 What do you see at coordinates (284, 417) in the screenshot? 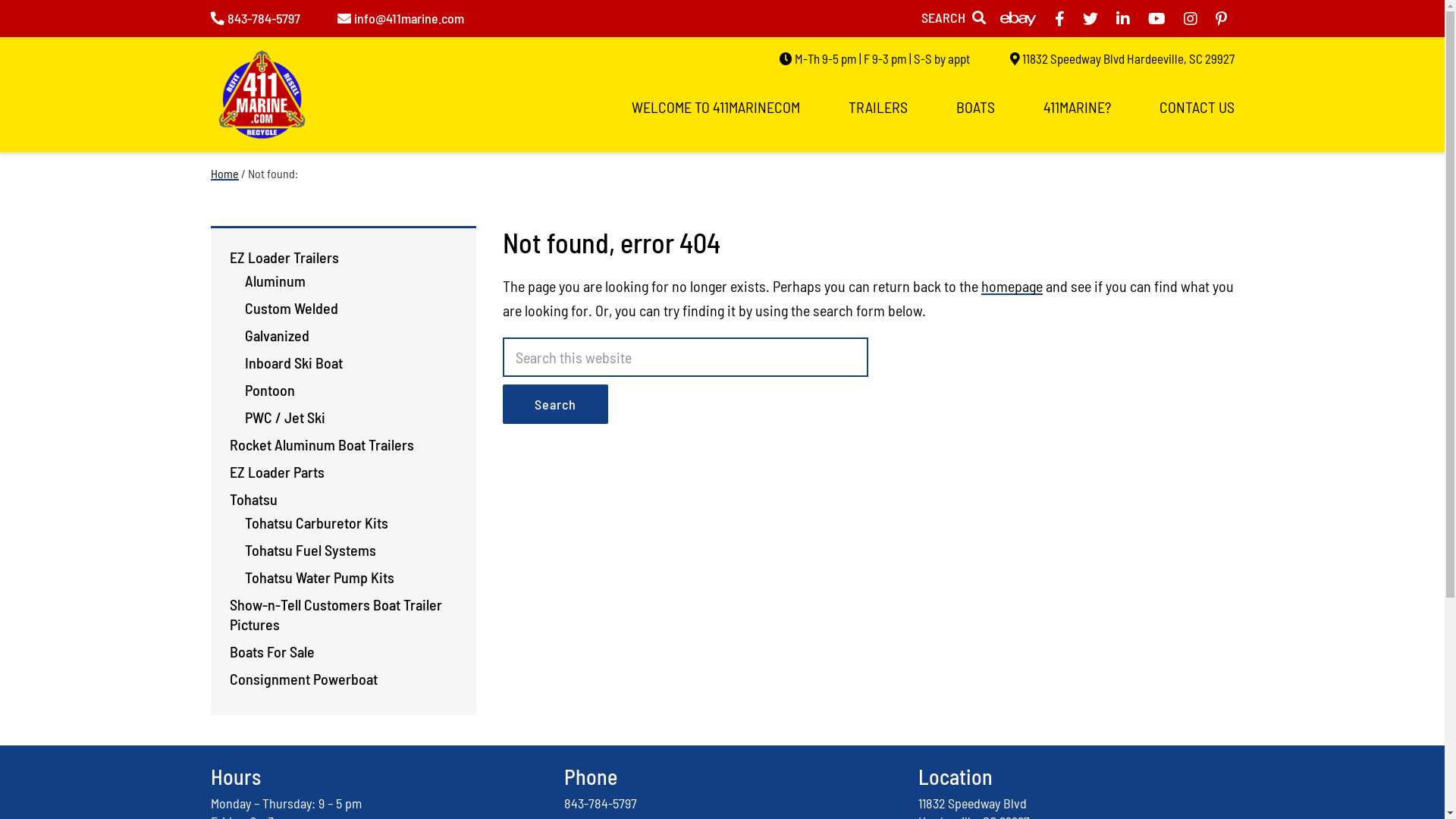
I see `'PWC / Jet Ski'` at bounding box center [284, 417].